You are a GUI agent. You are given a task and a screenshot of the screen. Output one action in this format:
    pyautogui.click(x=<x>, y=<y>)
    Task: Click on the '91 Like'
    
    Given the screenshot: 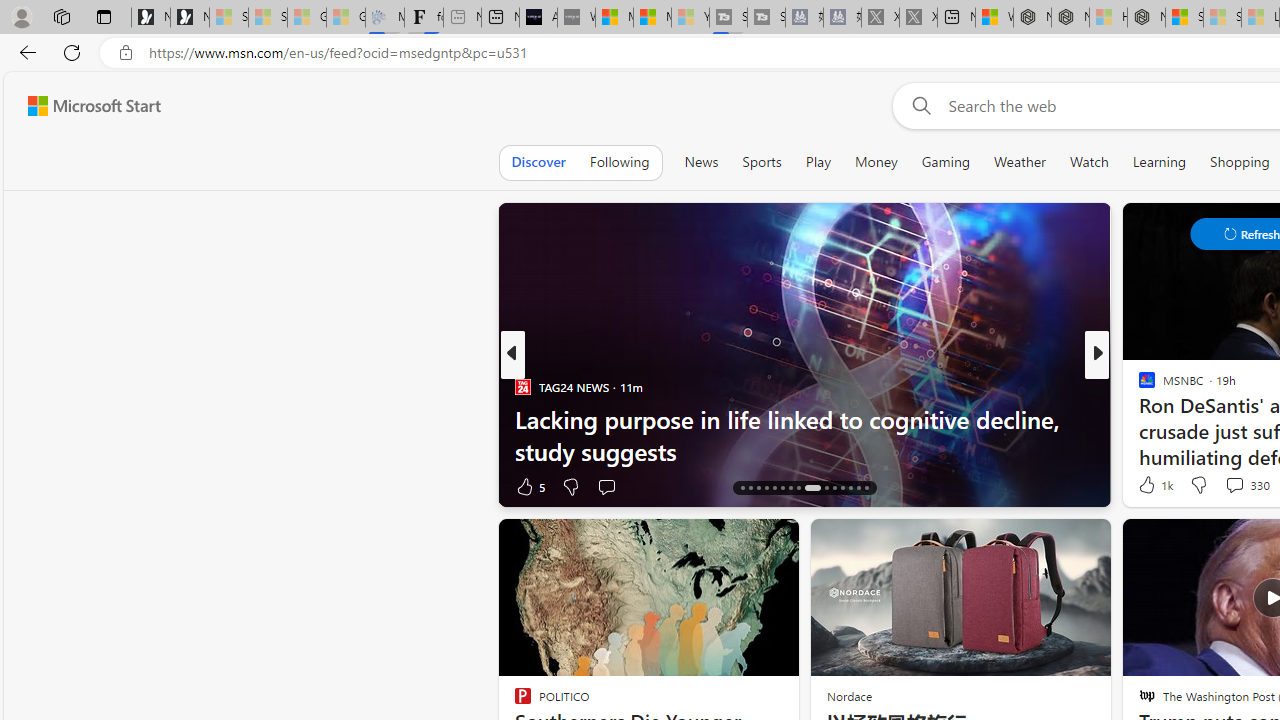 What is the action you would take?
    pyautogui.click(x=1149, y=486)
    